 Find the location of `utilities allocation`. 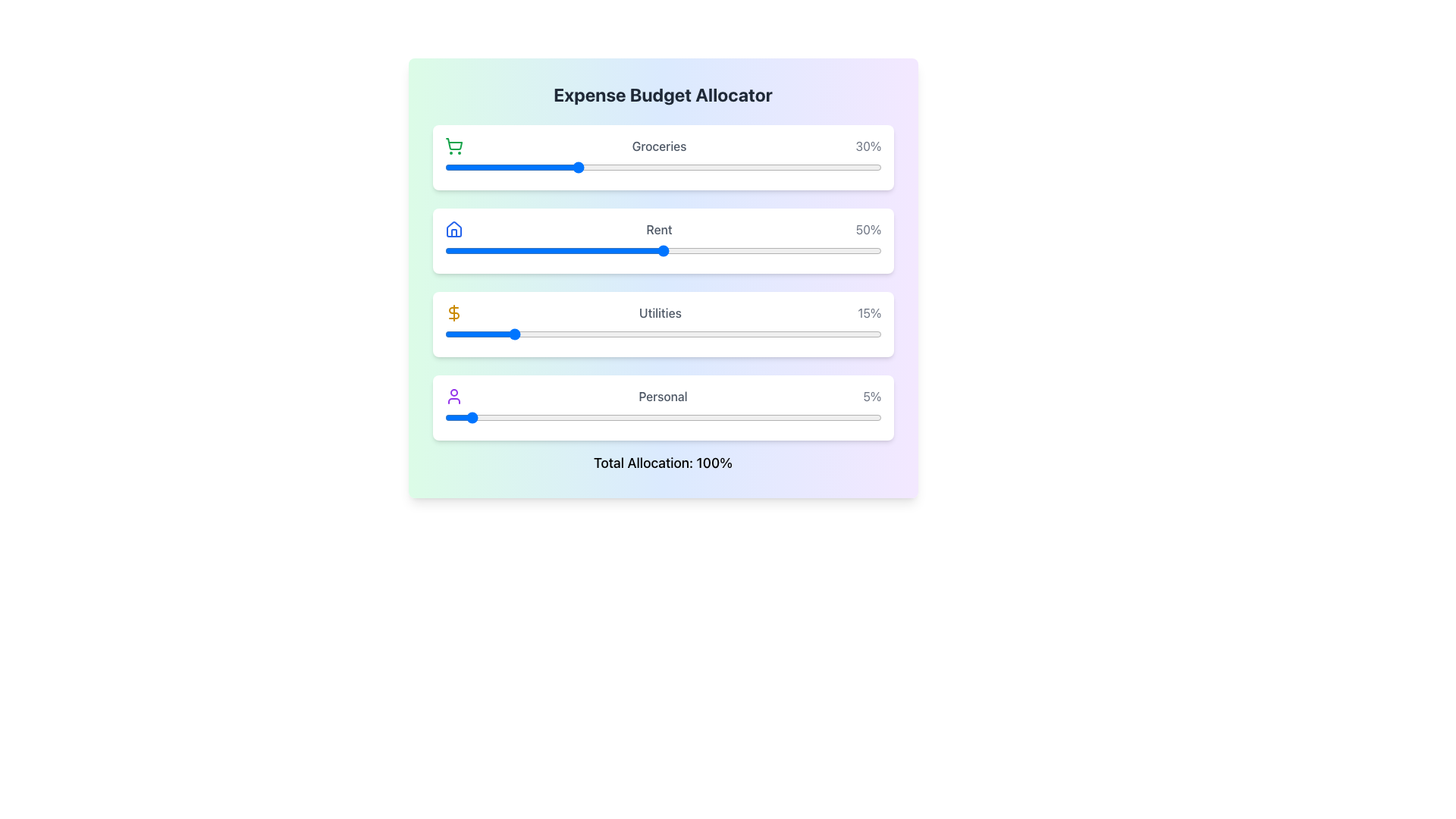

utilities allocation is located at coordinates (663, 333).